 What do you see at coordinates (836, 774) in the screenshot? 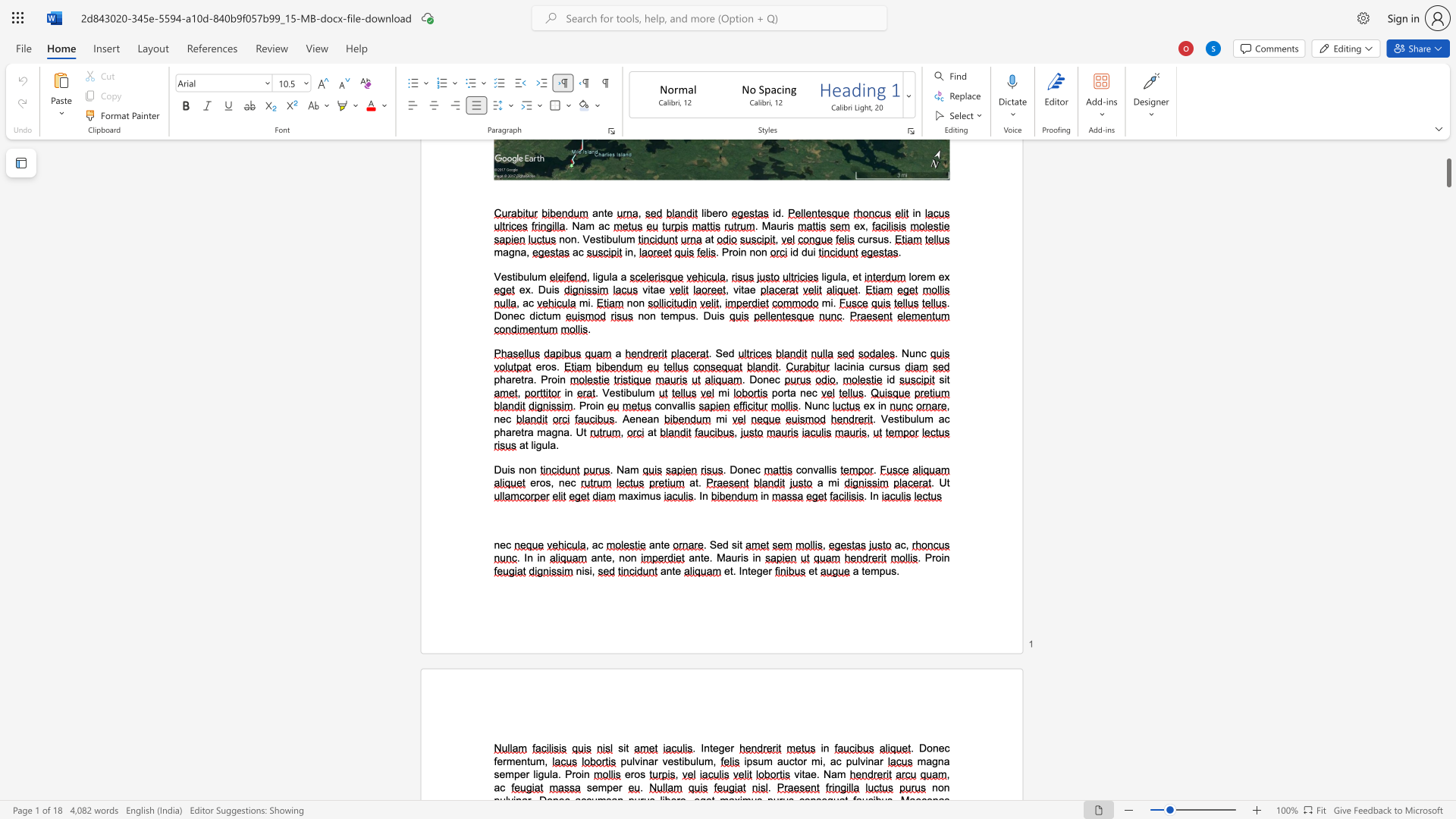
I see `the space between the continuous character "a" and "m" in the text` at bounding box center [836, 774].